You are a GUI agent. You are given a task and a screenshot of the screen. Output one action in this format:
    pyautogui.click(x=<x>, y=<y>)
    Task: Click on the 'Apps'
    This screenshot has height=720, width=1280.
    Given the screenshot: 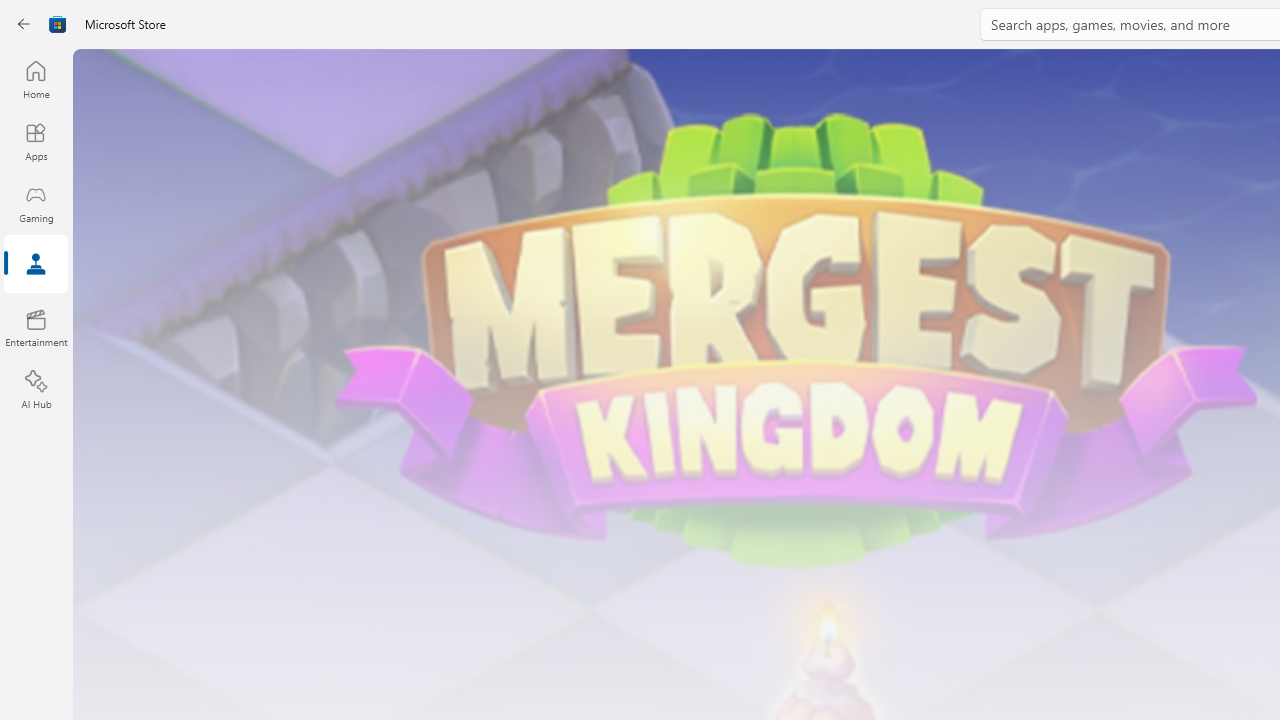 What is the action you would take?
    pyautogui.click(x=35, y=140)
    